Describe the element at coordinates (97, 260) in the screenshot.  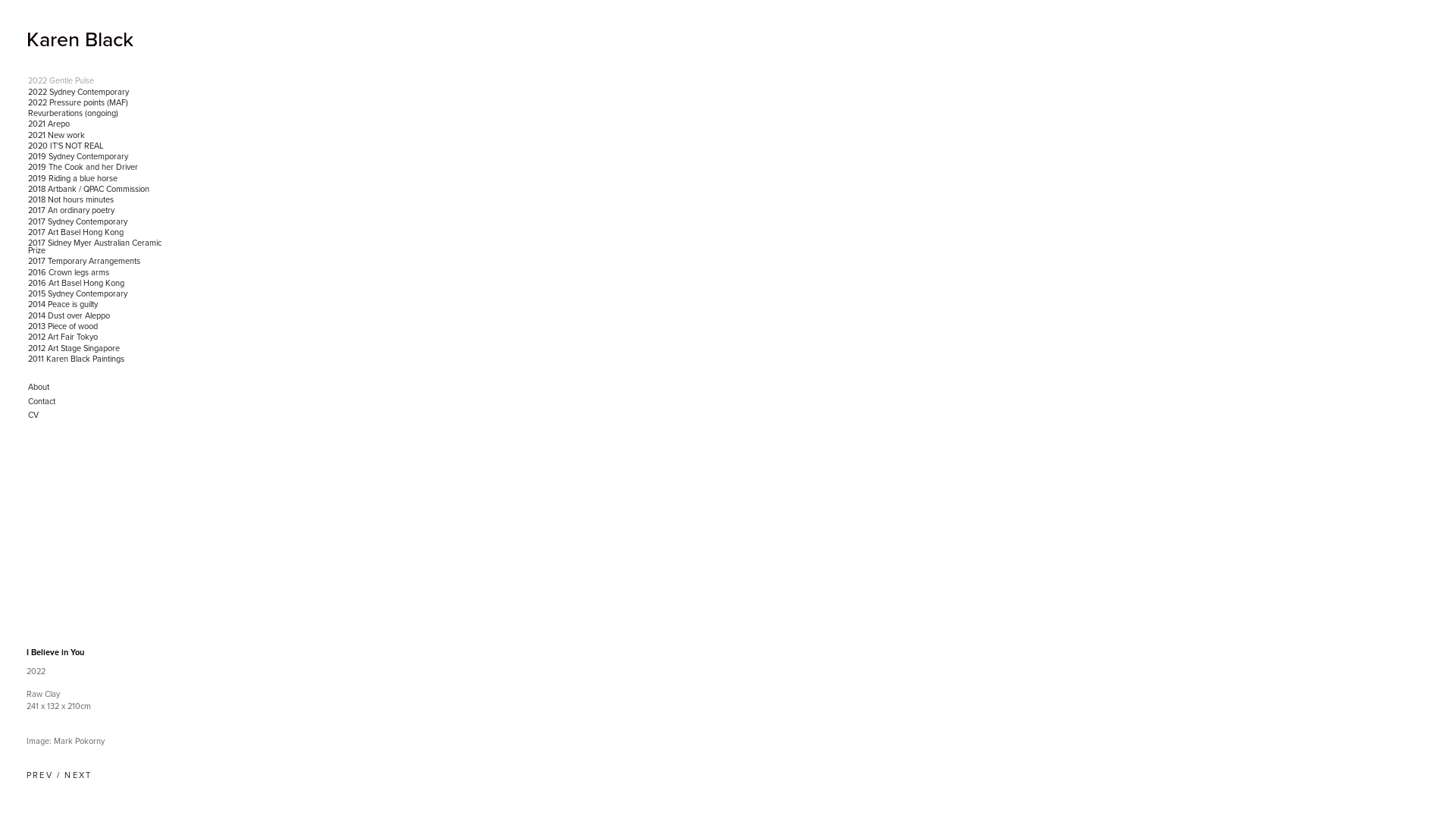
I see `'2017 Temporary Arrangements'` at that location.